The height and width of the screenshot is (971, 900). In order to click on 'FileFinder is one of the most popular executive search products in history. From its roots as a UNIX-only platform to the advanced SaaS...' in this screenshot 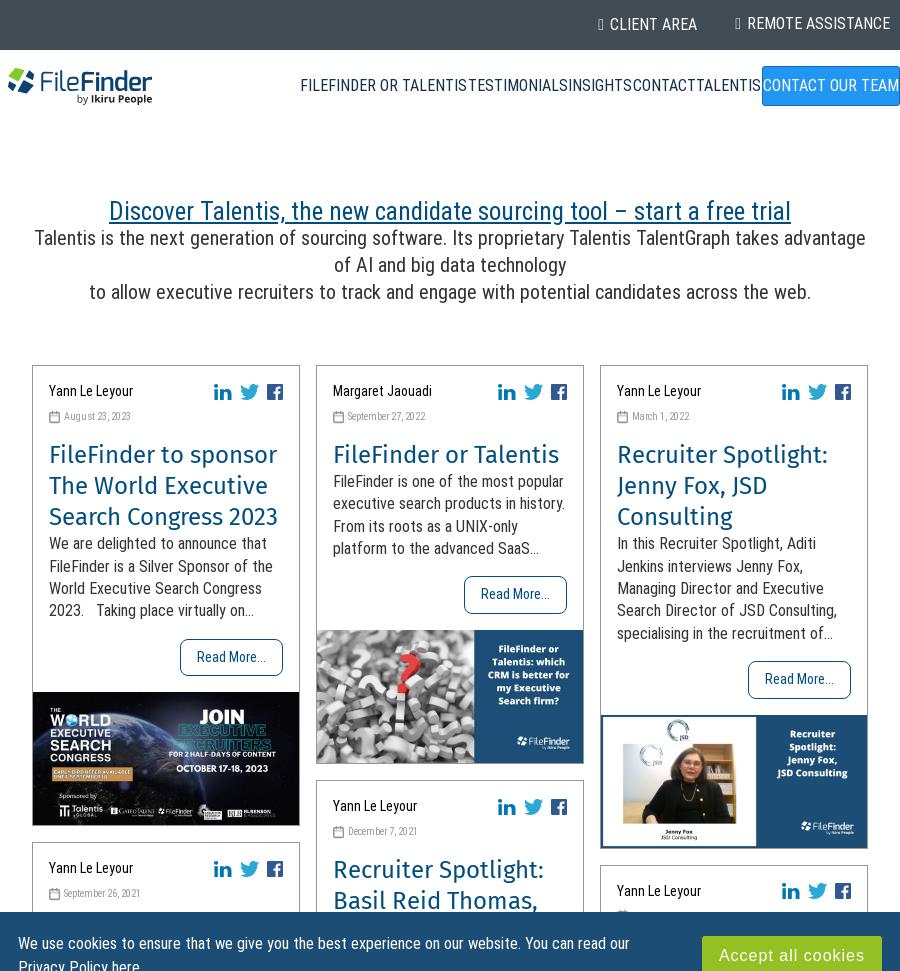, I will do `click(449, 513)`.